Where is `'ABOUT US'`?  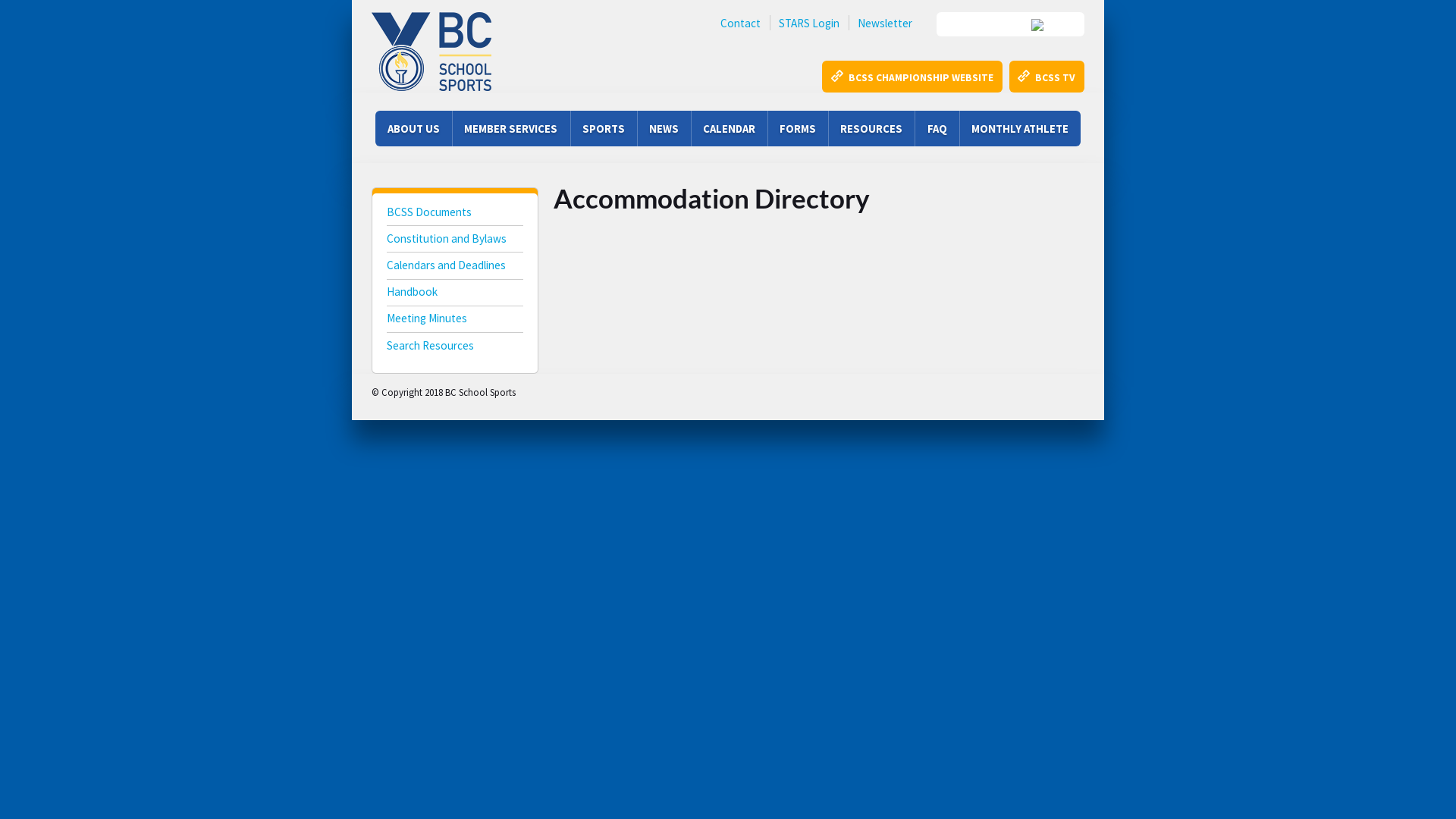
'ABOUT US' is located at coordinates (375, 127).